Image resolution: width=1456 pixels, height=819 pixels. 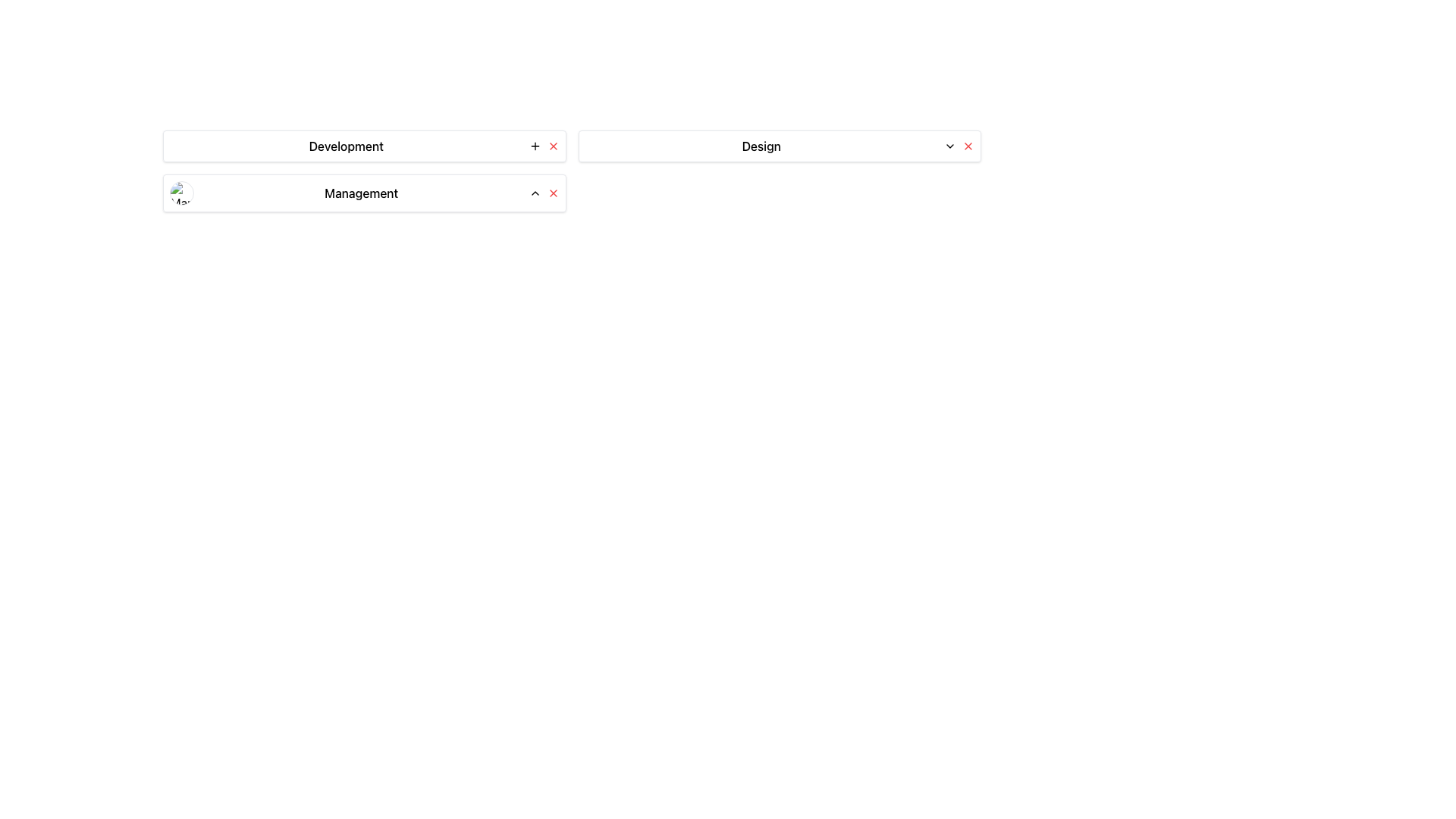 What do you see at coordinates (552, 146) in the screenshot?
I see `the red cross icon located on the right side of the 'Development' box to observe a color change effect` at bounding box center [552, 146].